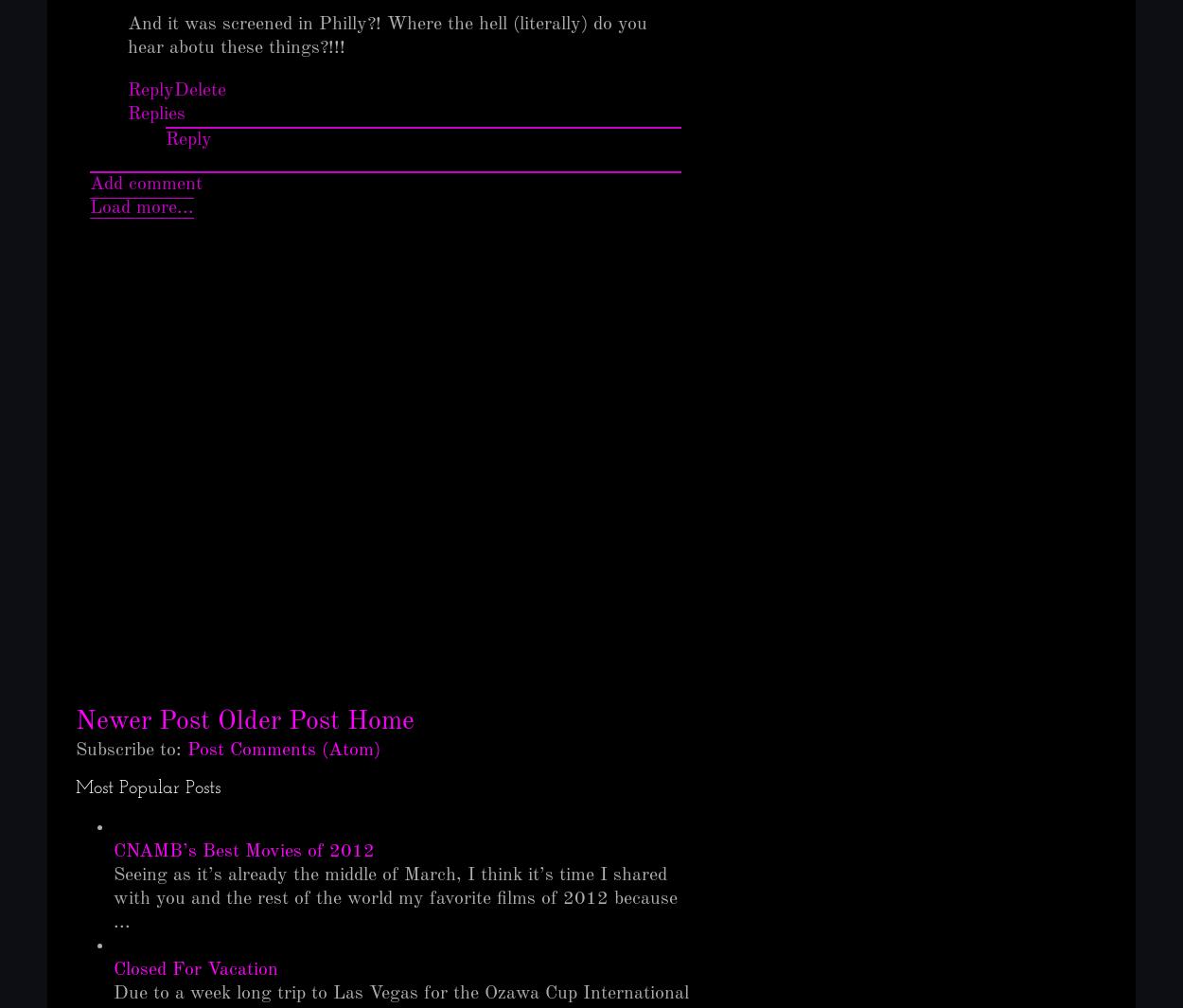 The width and height of the screenshot is (1183, 1008). Describe the element at coordinates (75, 787) in the screenshot. I see `'Most Popular Posts'` at that location.